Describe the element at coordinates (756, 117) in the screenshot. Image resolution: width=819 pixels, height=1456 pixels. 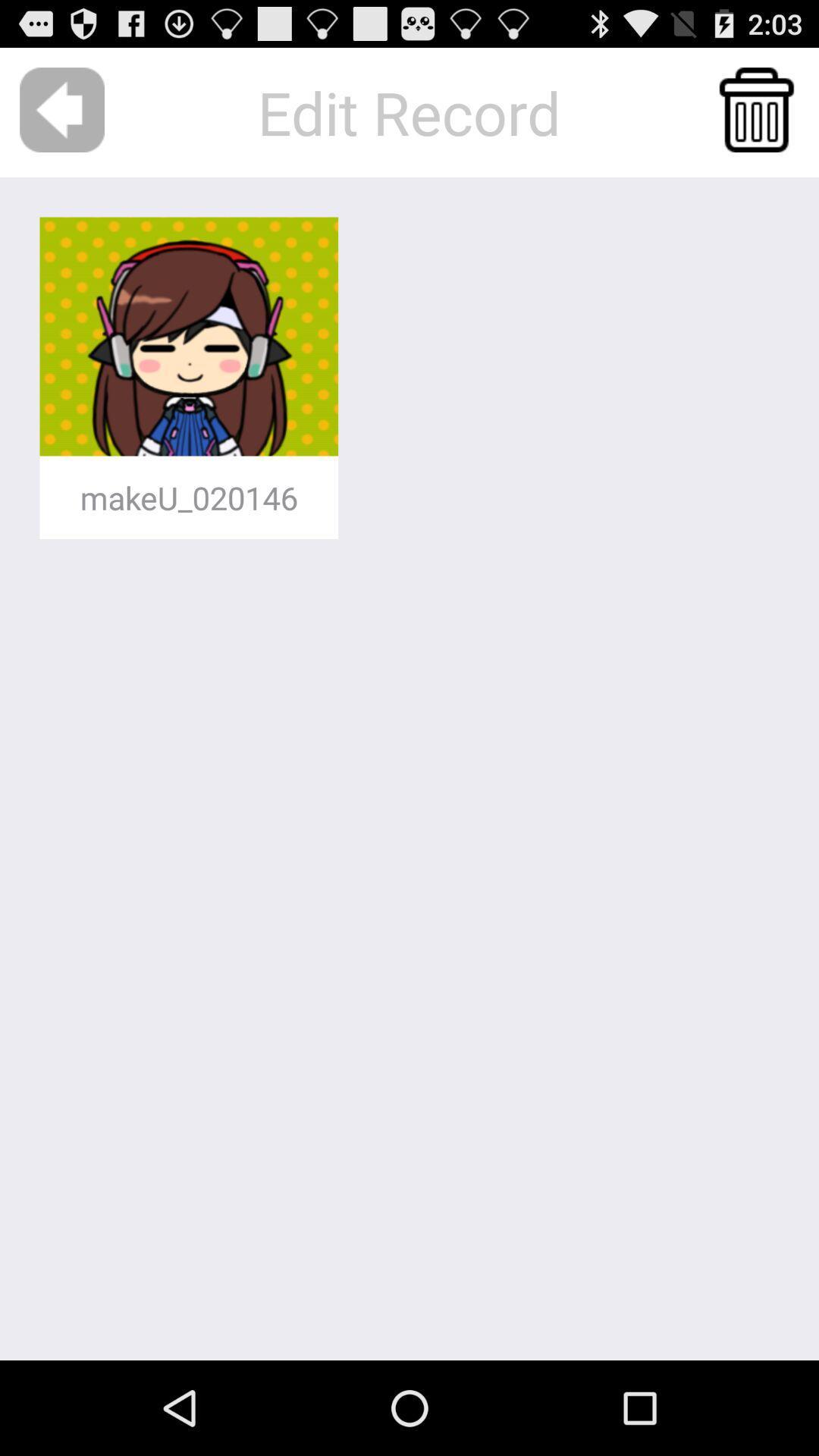
I see `the delete icon` at that location.